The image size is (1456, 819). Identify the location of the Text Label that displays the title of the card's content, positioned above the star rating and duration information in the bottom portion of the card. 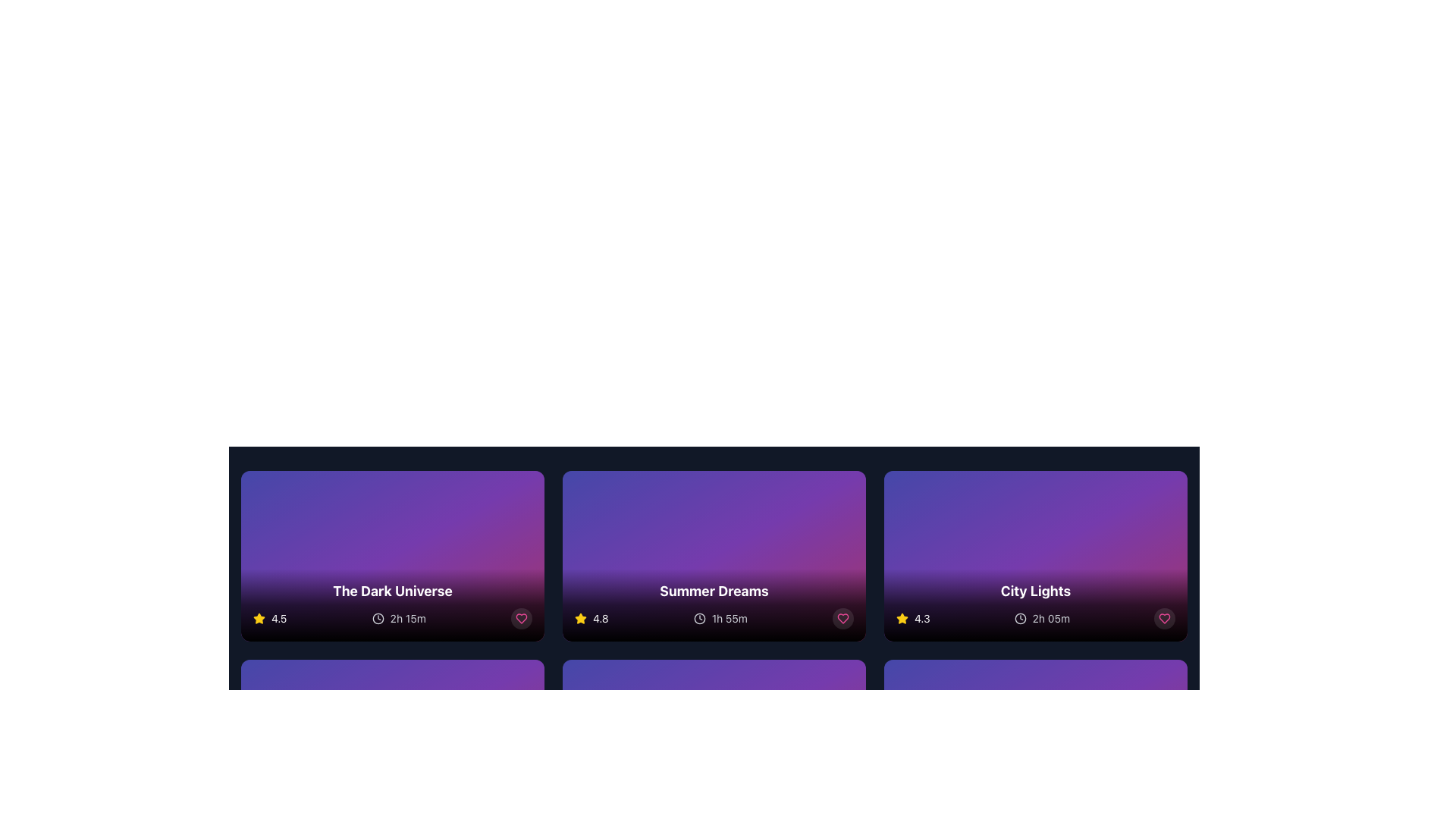
(393, 590).